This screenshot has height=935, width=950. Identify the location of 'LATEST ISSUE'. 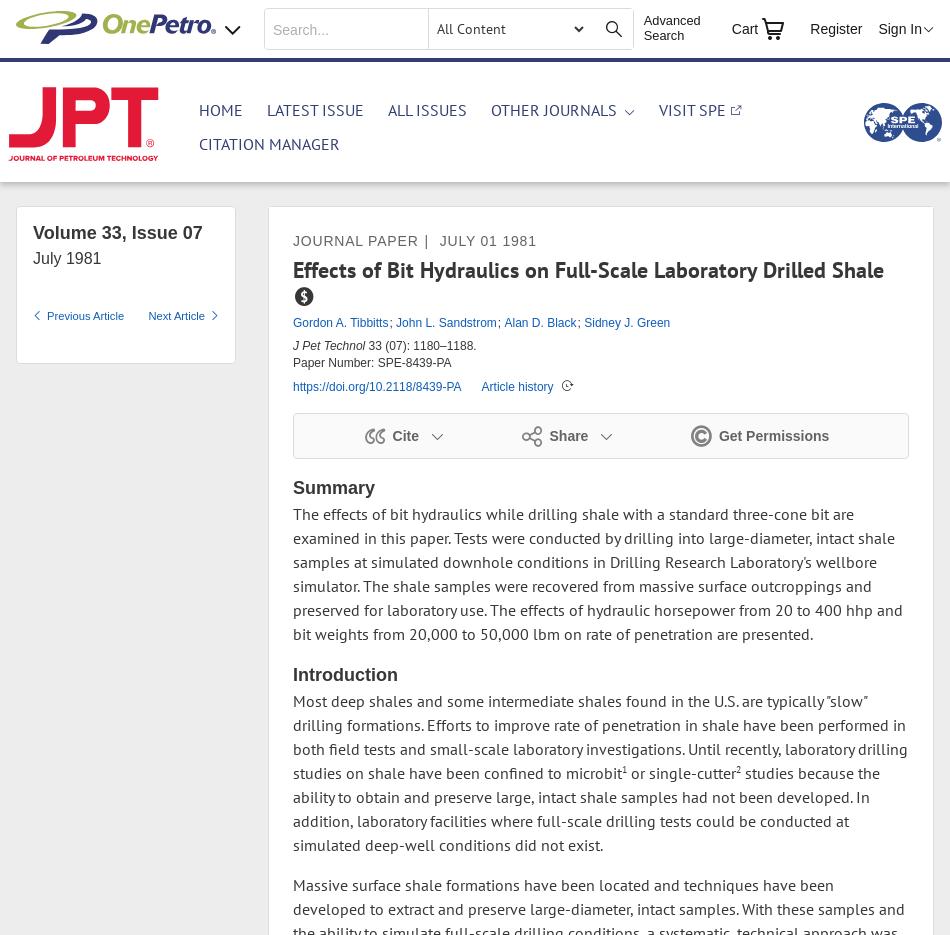
(314, 108).